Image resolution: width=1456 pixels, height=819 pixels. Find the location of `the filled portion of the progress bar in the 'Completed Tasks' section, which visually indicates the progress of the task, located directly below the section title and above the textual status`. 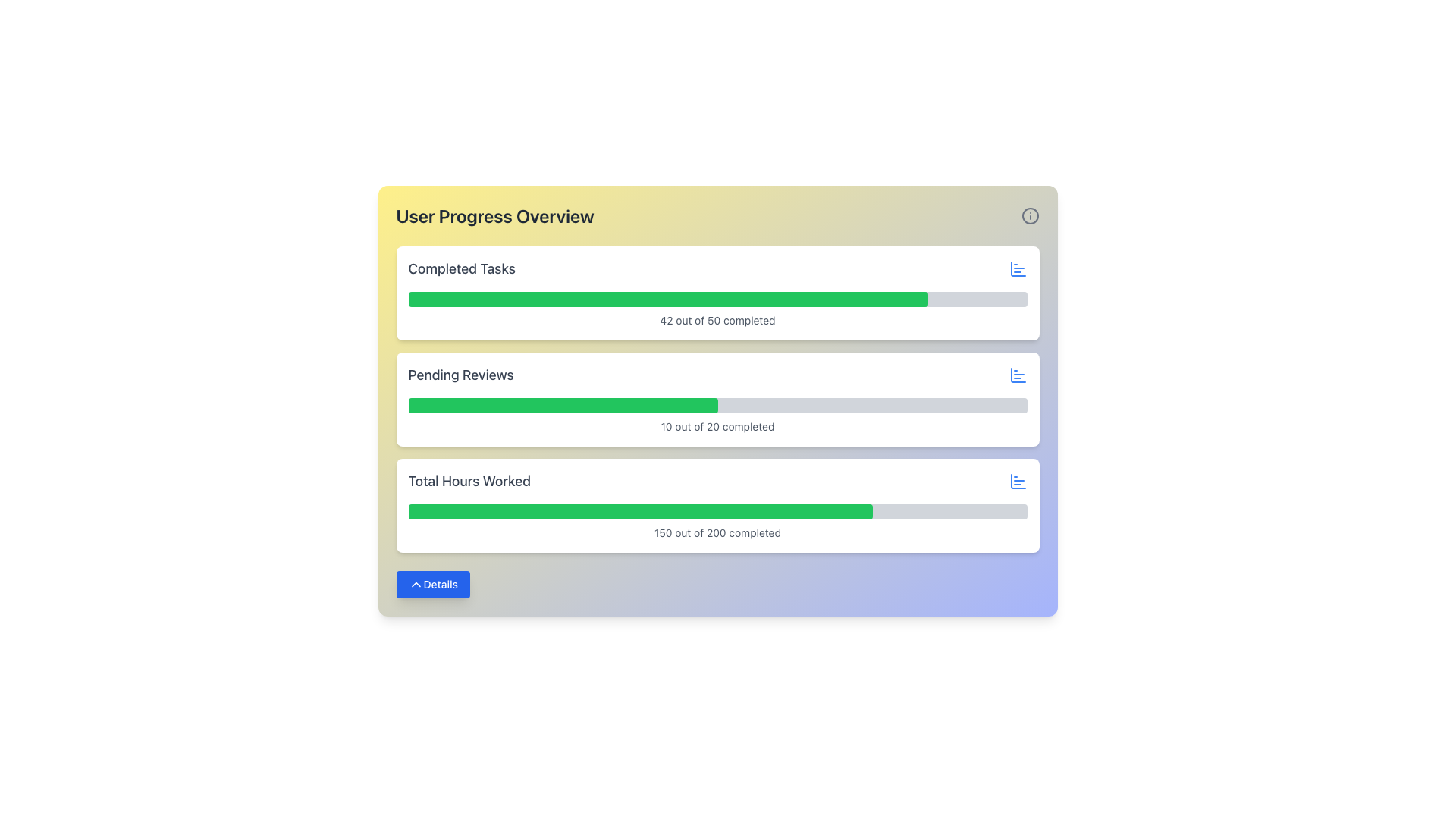

the filled portion of the progress bar in the 'Completed Tasks' section, which visually indicates the progress of the task, located directly below the section title and above the textual status is located at coordinates (667, 299).